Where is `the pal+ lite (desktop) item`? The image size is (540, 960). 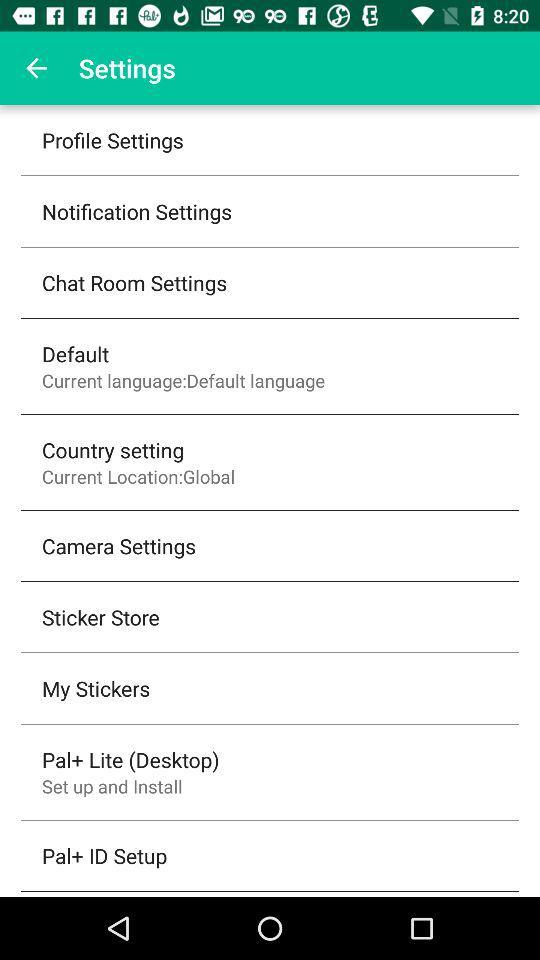
the pal+ lite (desktop) item is located at coordinates (130, 758).